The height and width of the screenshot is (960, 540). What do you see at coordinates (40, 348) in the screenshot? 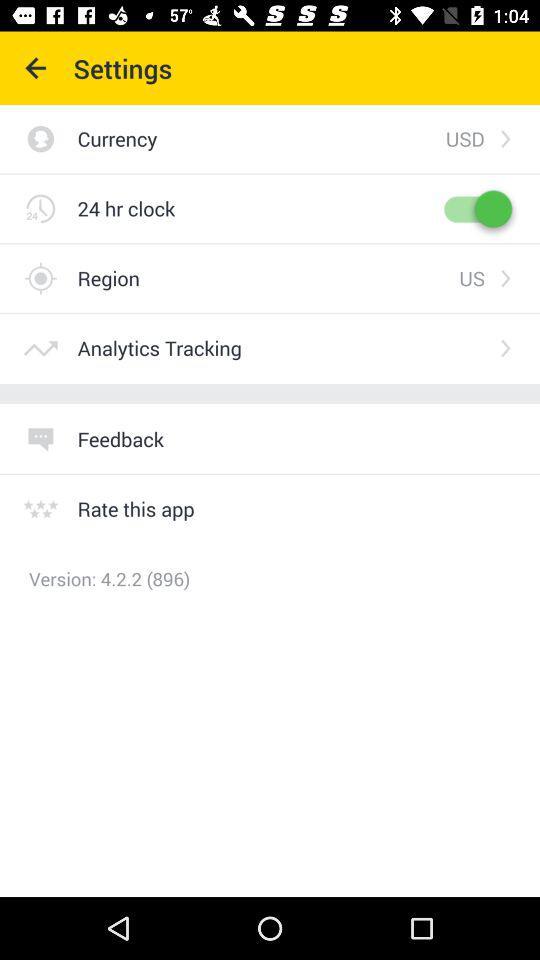
I see `the icon which is left side of the analytics tracking` at bounding box center [40, 348].